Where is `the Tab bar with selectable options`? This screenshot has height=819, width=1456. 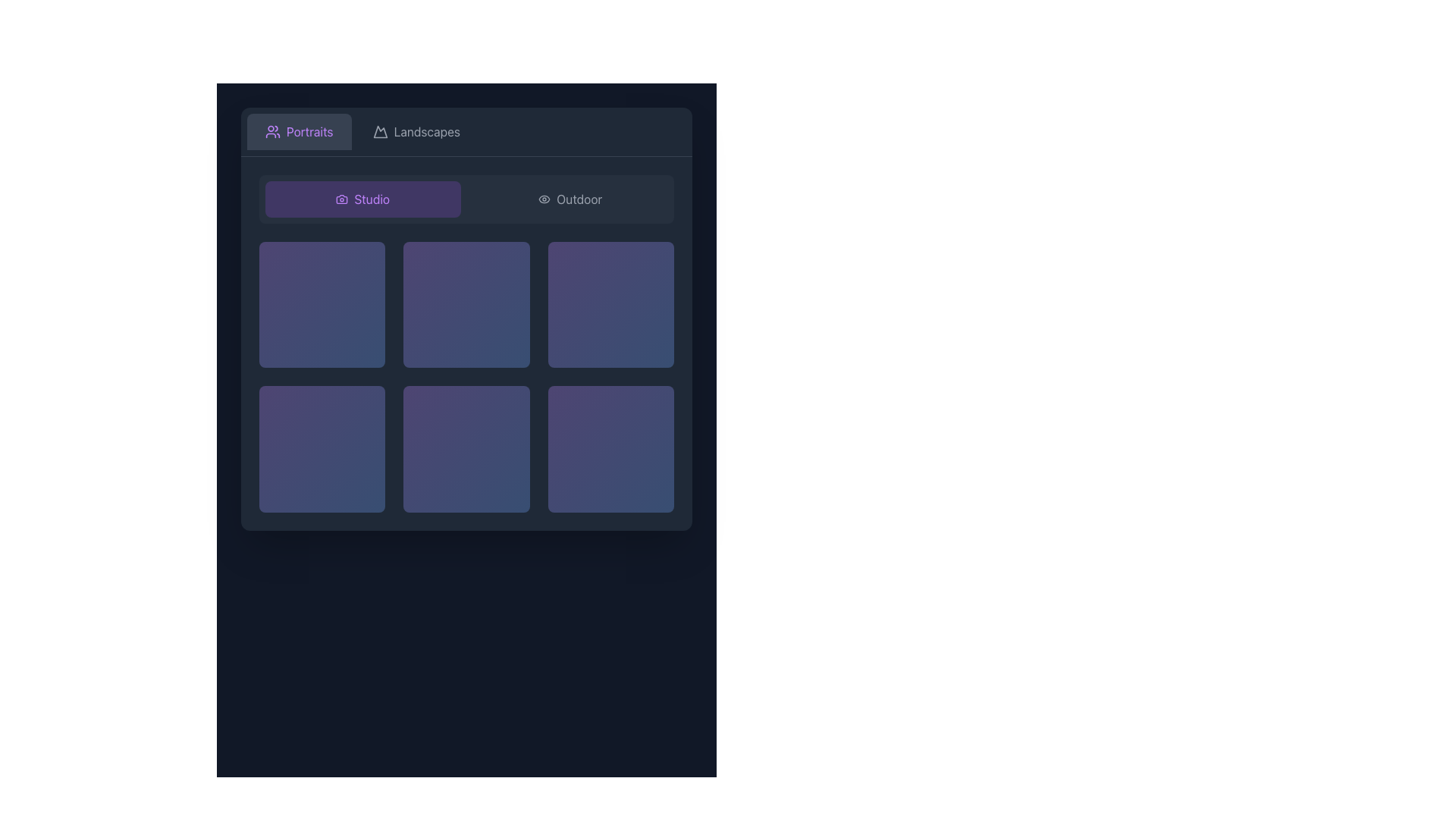 the Tab bar with selectable options is located at coordinates (466, 130).